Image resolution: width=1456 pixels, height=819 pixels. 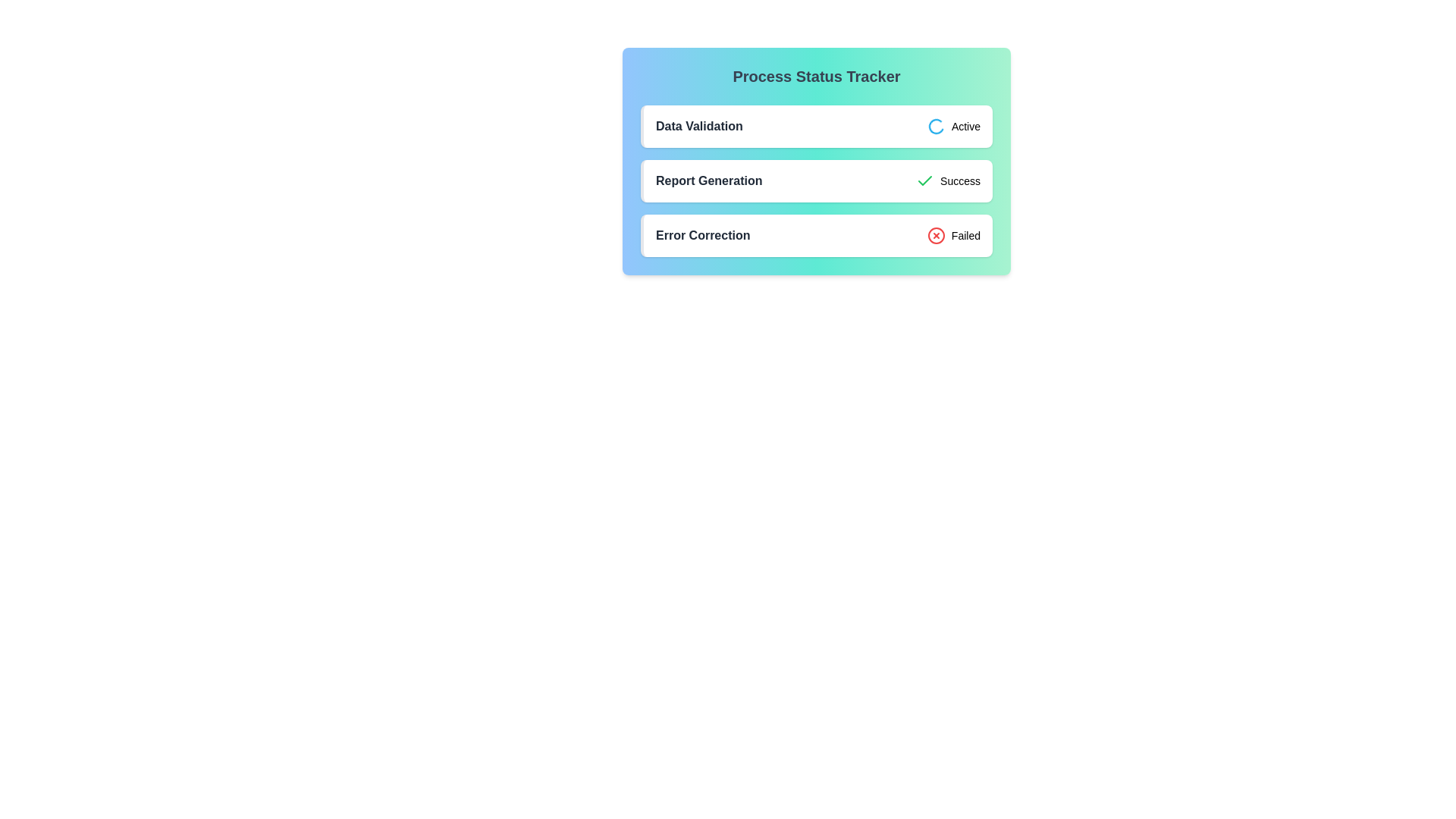 What do you see at coordinates (952, 125) in the screenshot?
I see `the progress visually of the 'Active' status indicator, which consists of a blue spinning circular icon followed by the text 'Active' in bold black font, located in the 'Data Validation' section of the interface` at bounding box center [952, 125].